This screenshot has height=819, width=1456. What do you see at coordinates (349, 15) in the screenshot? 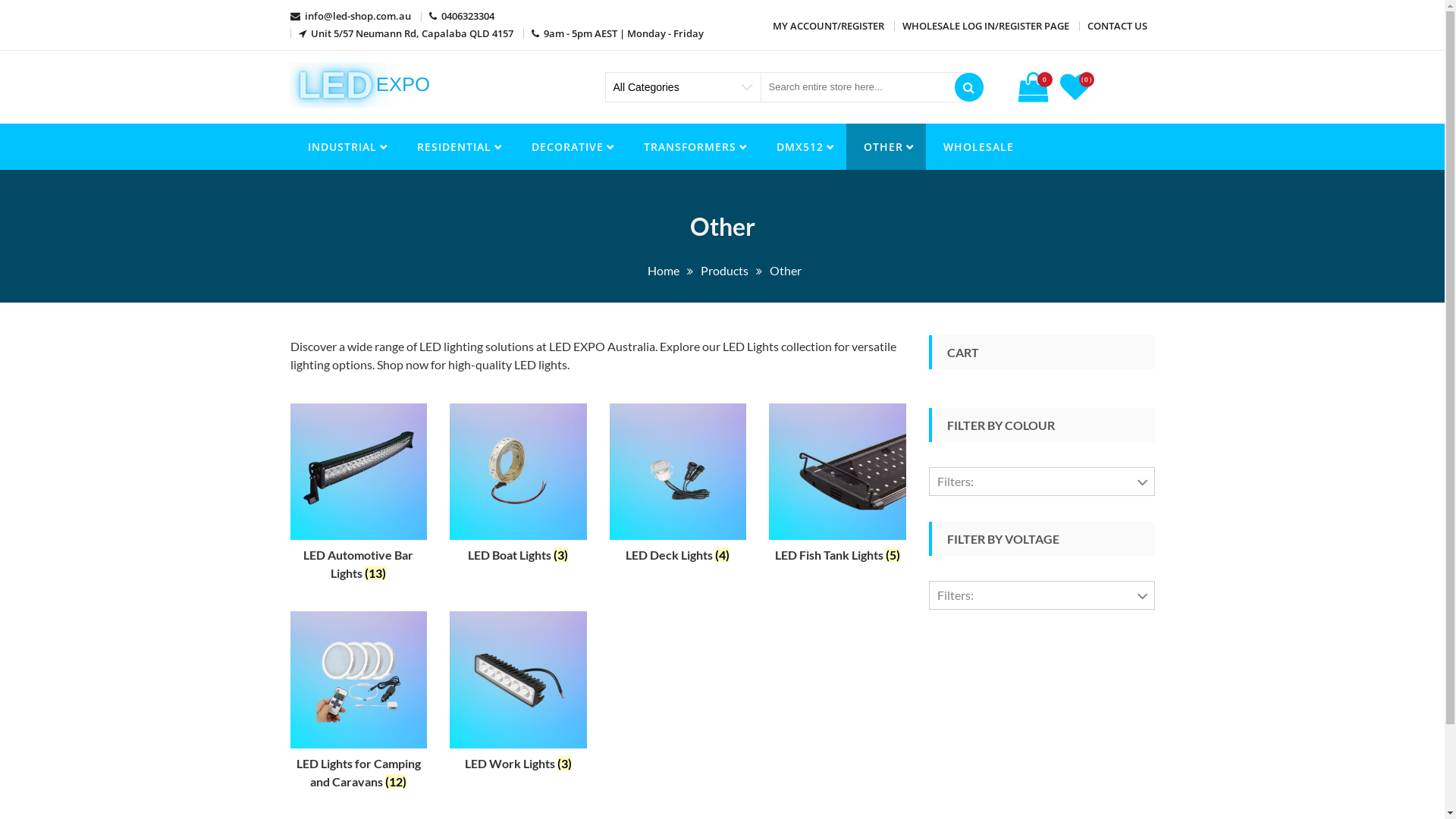
I see `'  info@led-shop.com.au'` at bounding box center [349, 15].